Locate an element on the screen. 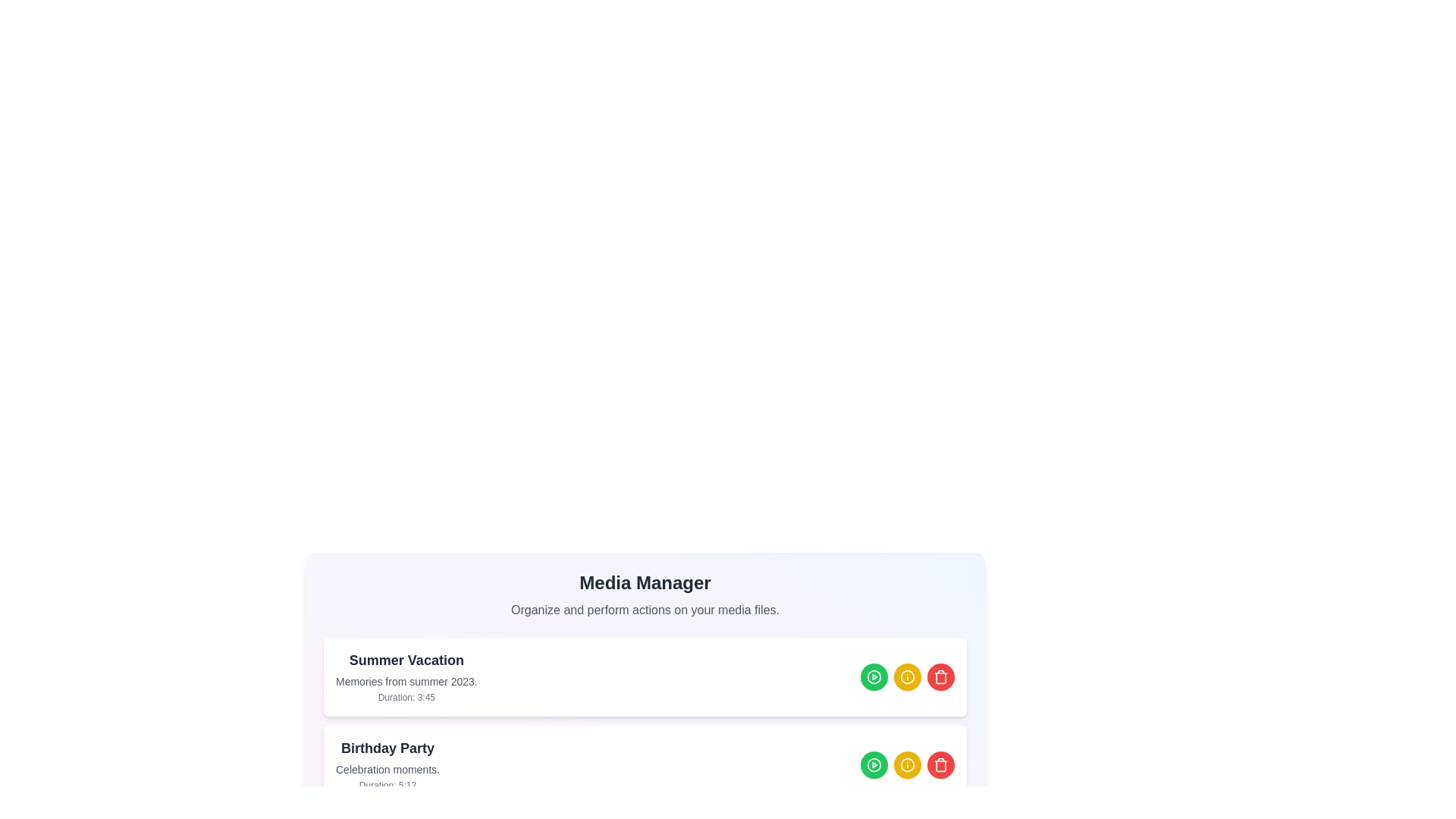  the delete button for the media item titled Birthday Party is located at coordinates (940, 765).